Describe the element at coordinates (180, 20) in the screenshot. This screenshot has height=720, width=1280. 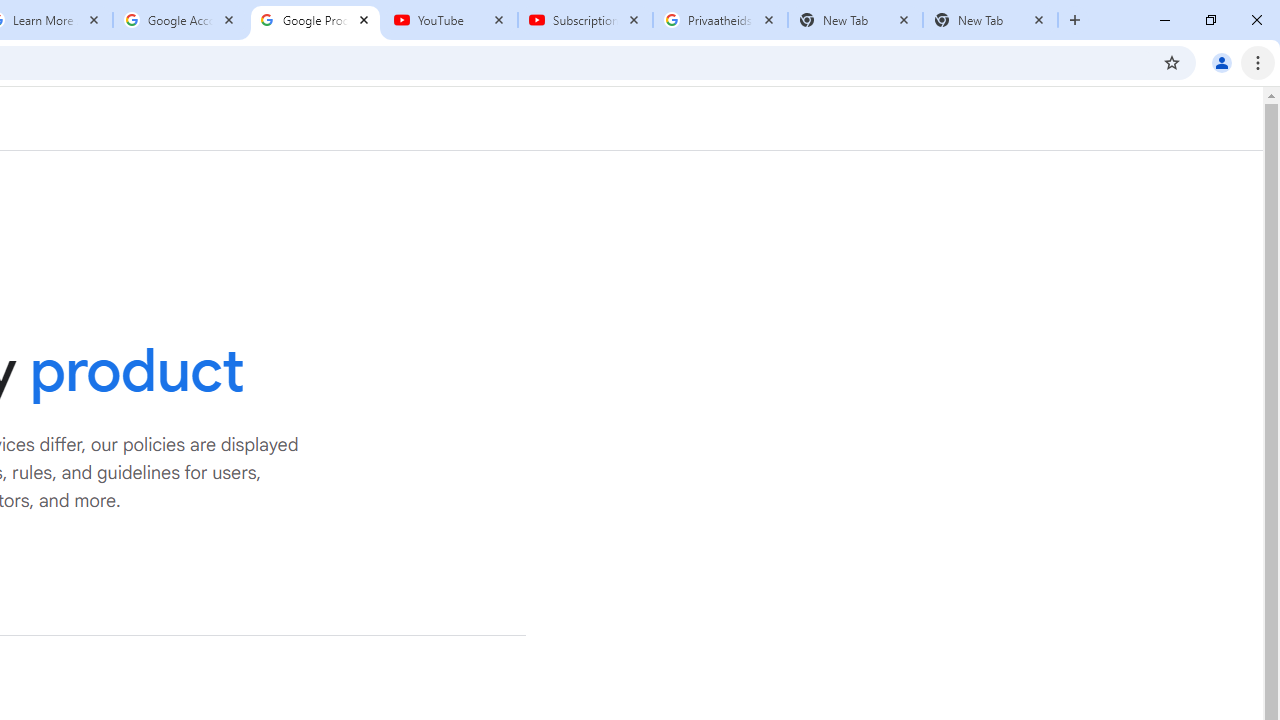
I see `'Google Account'` at that location.